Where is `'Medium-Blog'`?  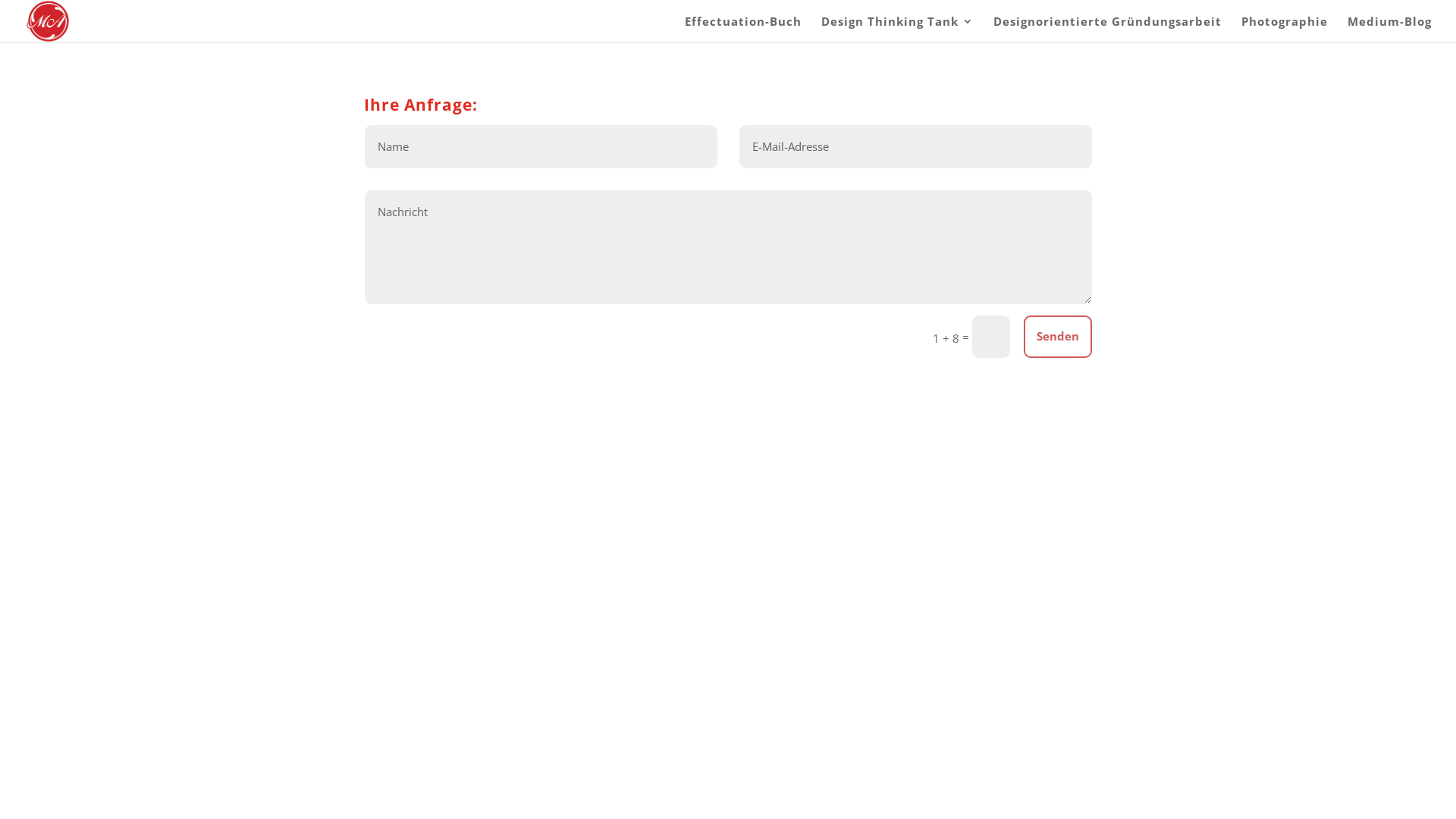
'Medium-Blog' is located at coordinates (1389, 29).